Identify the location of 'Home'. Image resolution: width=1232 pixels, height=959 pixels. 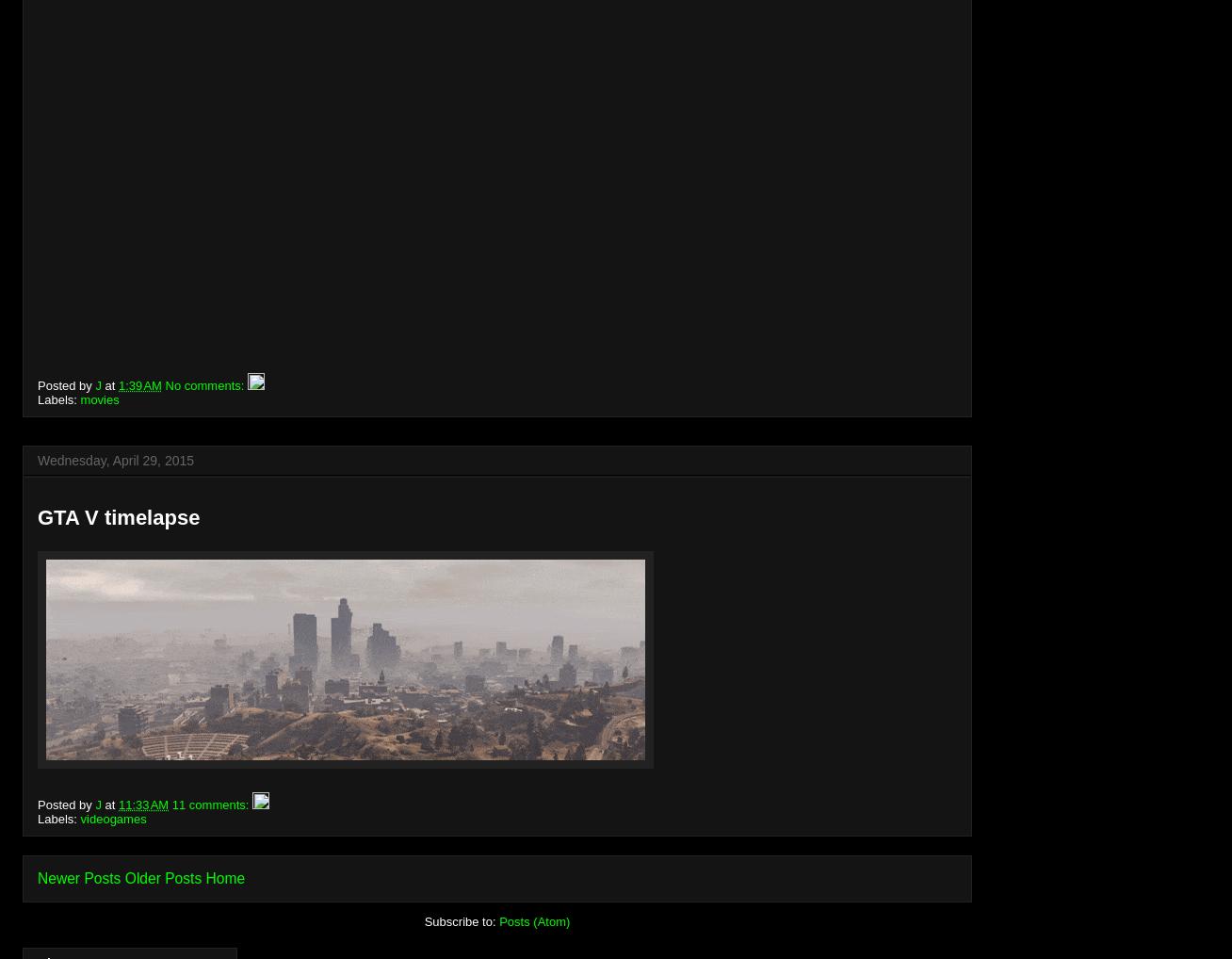
(224, 876).